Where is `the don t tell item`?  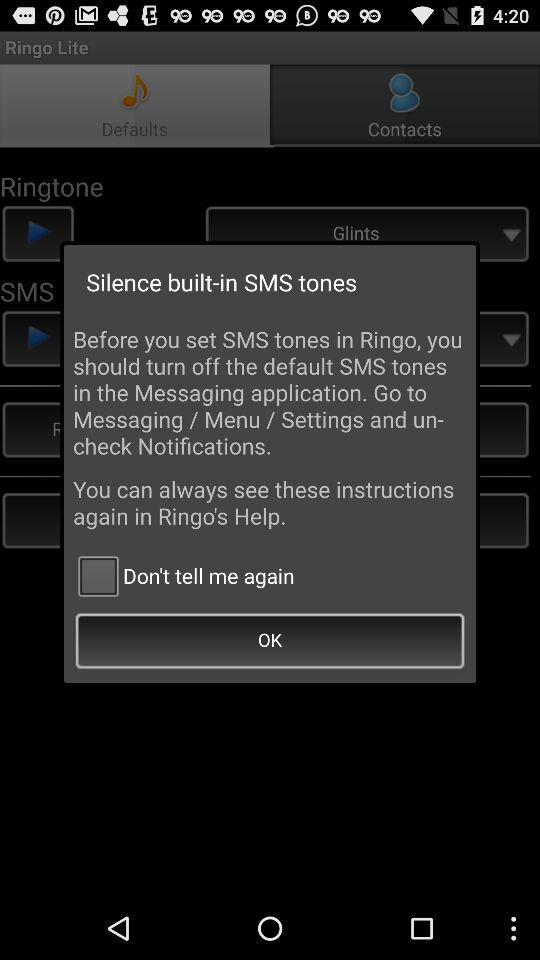
the don t tell item is located at coordinates (183, 575).